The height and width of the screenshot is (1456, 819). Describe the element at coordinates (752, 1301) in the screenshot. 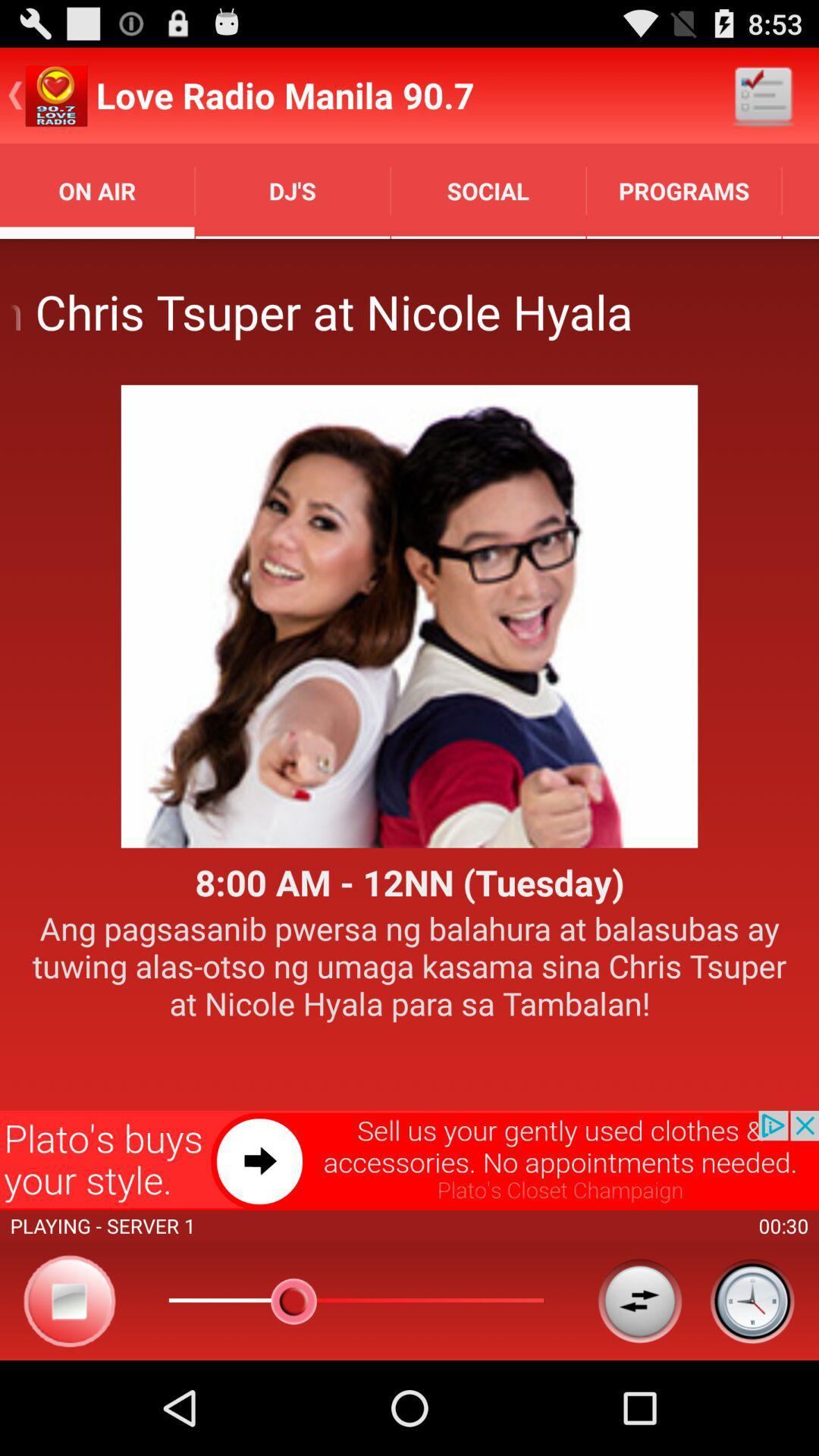

I see `the icon bottom right corner` at that location.